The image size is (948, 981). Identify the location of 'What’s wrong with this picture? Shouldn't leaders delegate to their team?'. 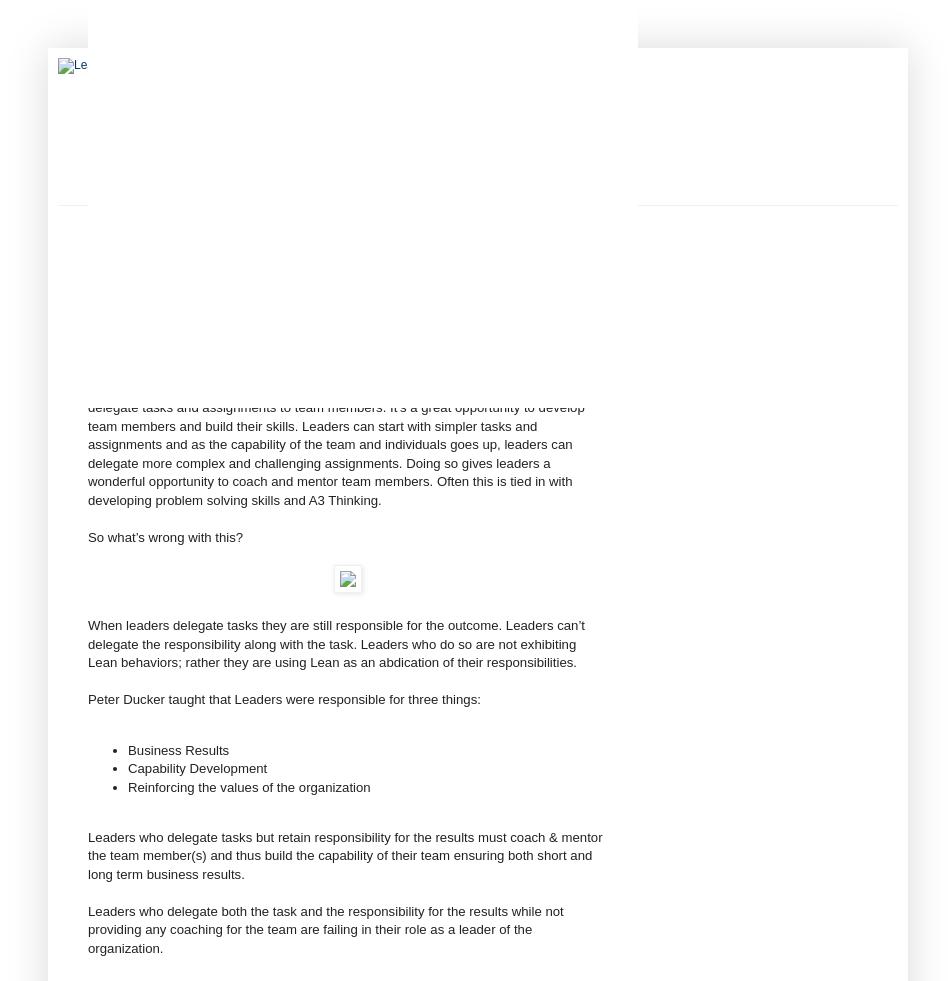
(300, 350).